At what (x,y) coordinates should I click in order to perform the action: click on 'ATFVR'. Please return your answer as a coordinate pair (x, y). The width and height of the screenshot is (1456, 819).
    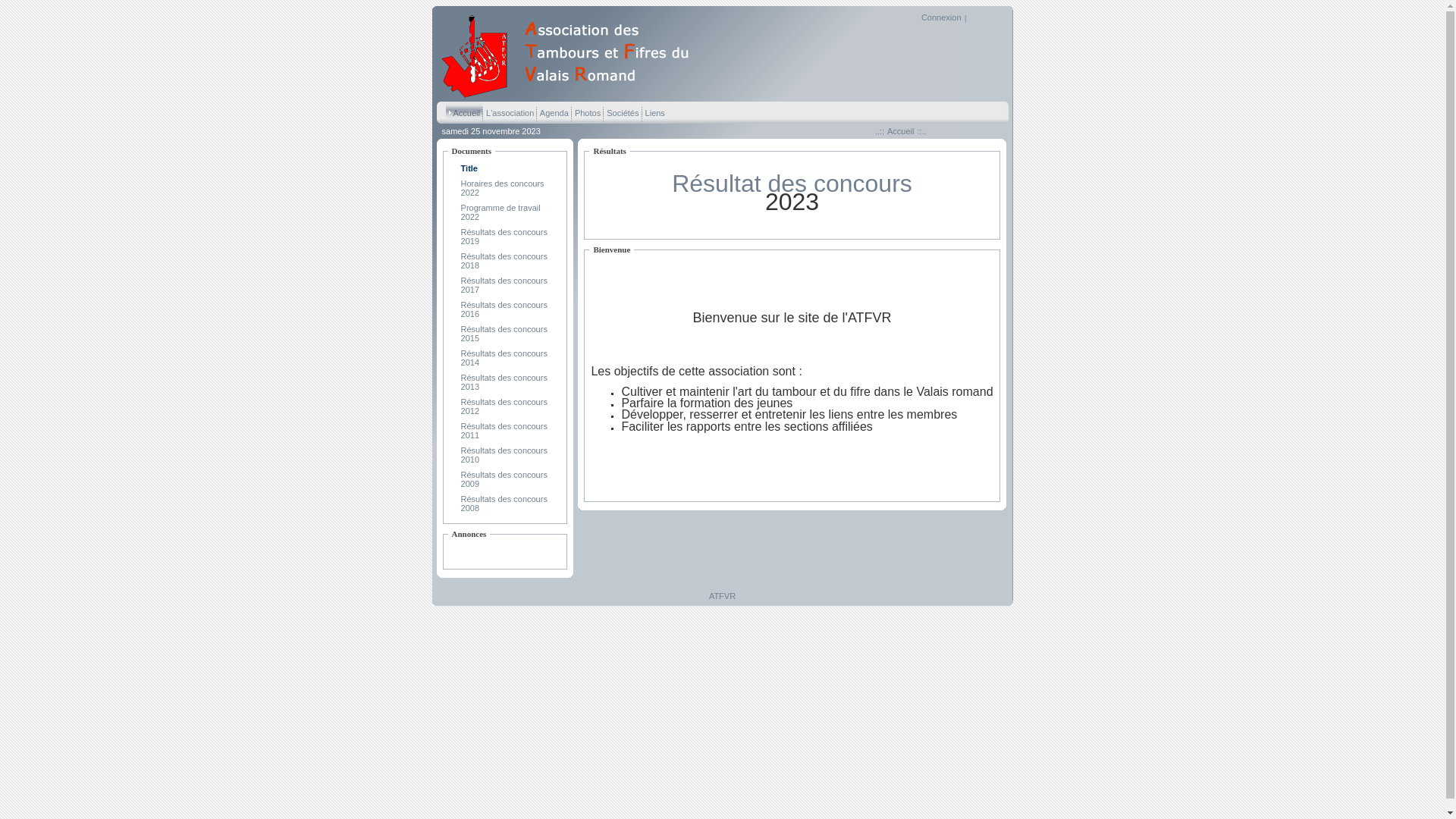
    Looking at the image, I should click on (570, 96).